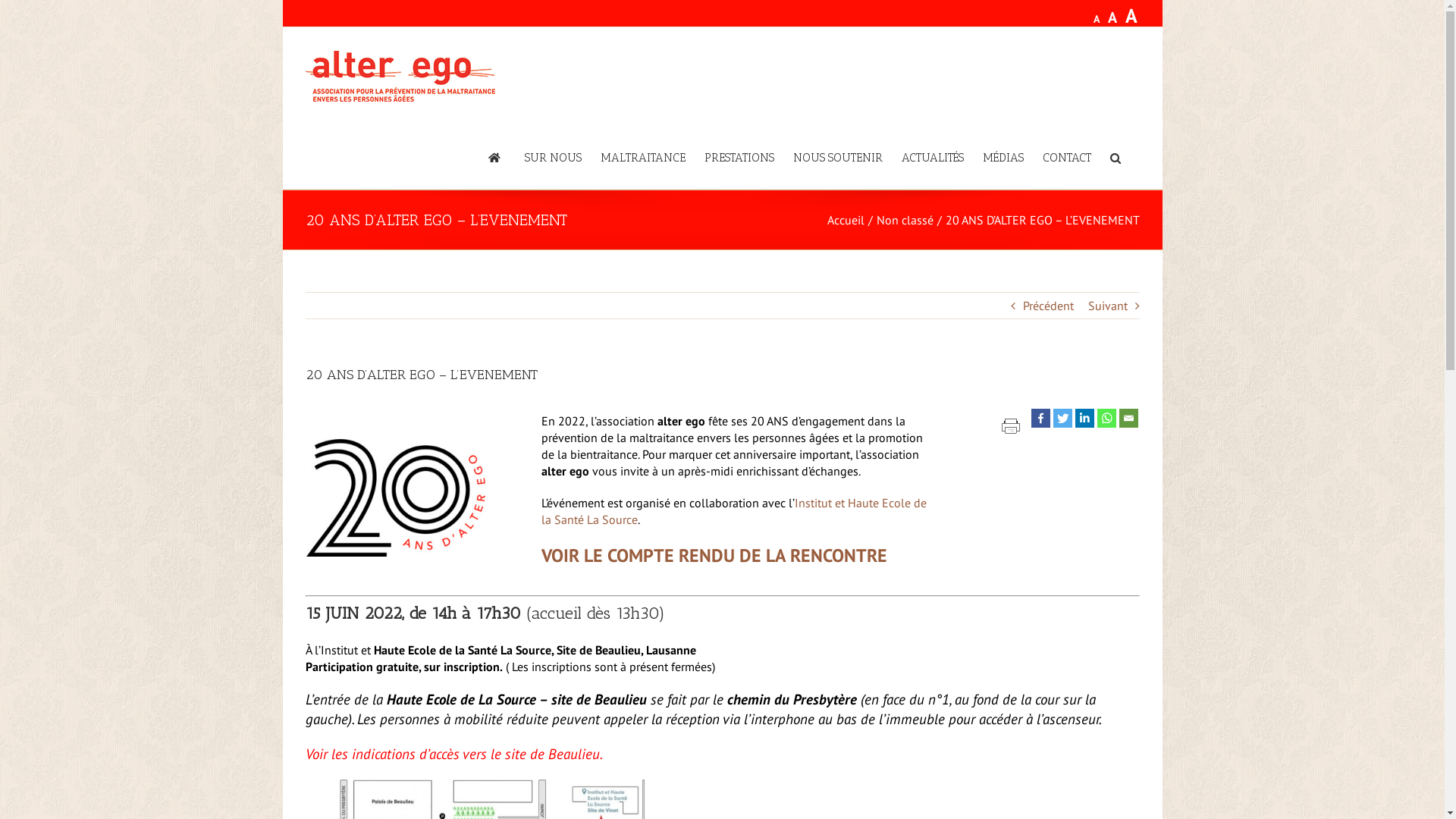  What do you see at coordinates (1095, 18) in the screenshot?
I see `'A` at bounding box center [1095, 18].